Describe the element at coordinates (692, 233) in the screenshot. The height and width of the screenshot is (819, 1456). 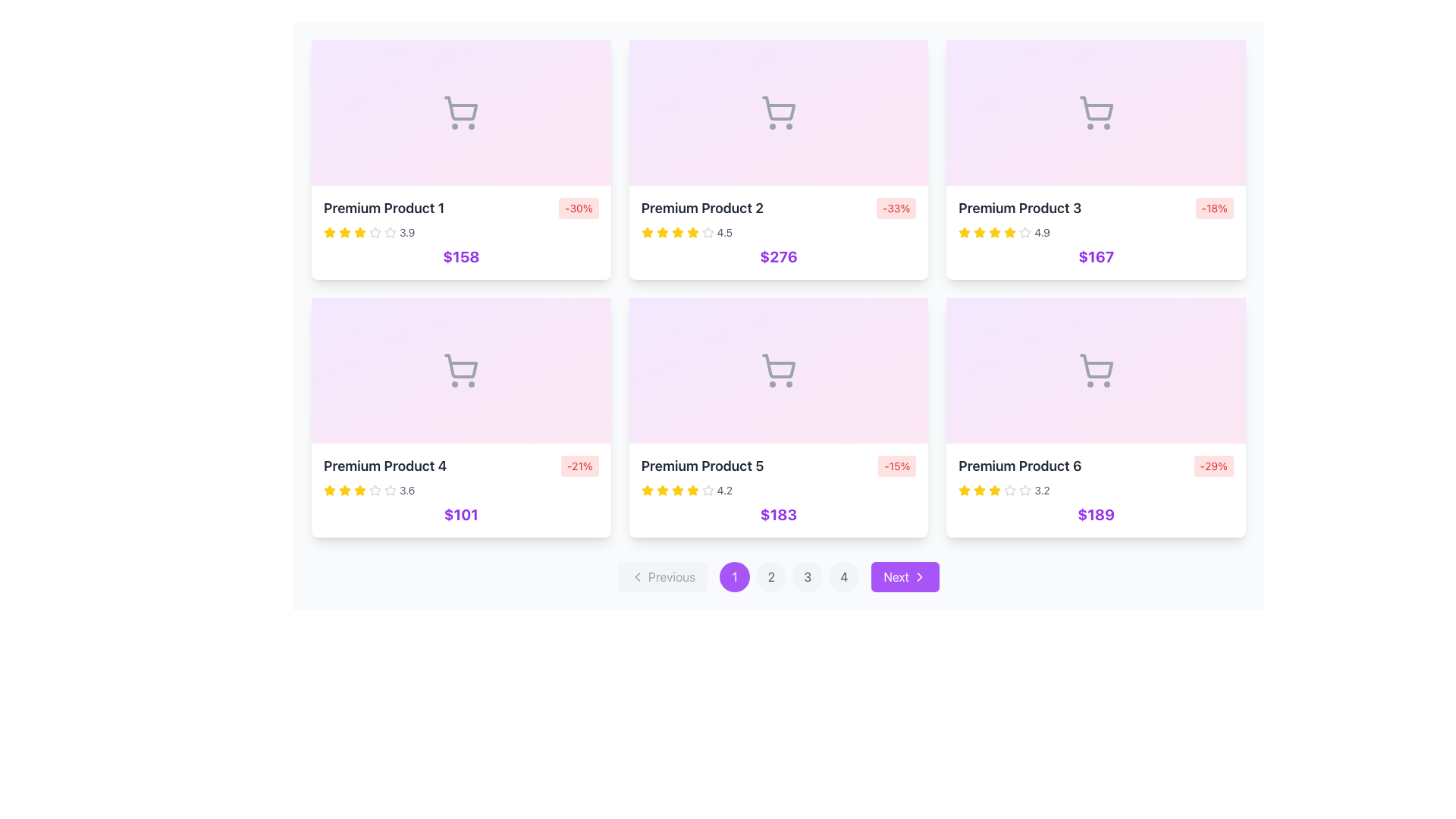
I see `fifth yellow rating star element in the rating bar beneath 'Premium Product 2' using developer tools` at that location.